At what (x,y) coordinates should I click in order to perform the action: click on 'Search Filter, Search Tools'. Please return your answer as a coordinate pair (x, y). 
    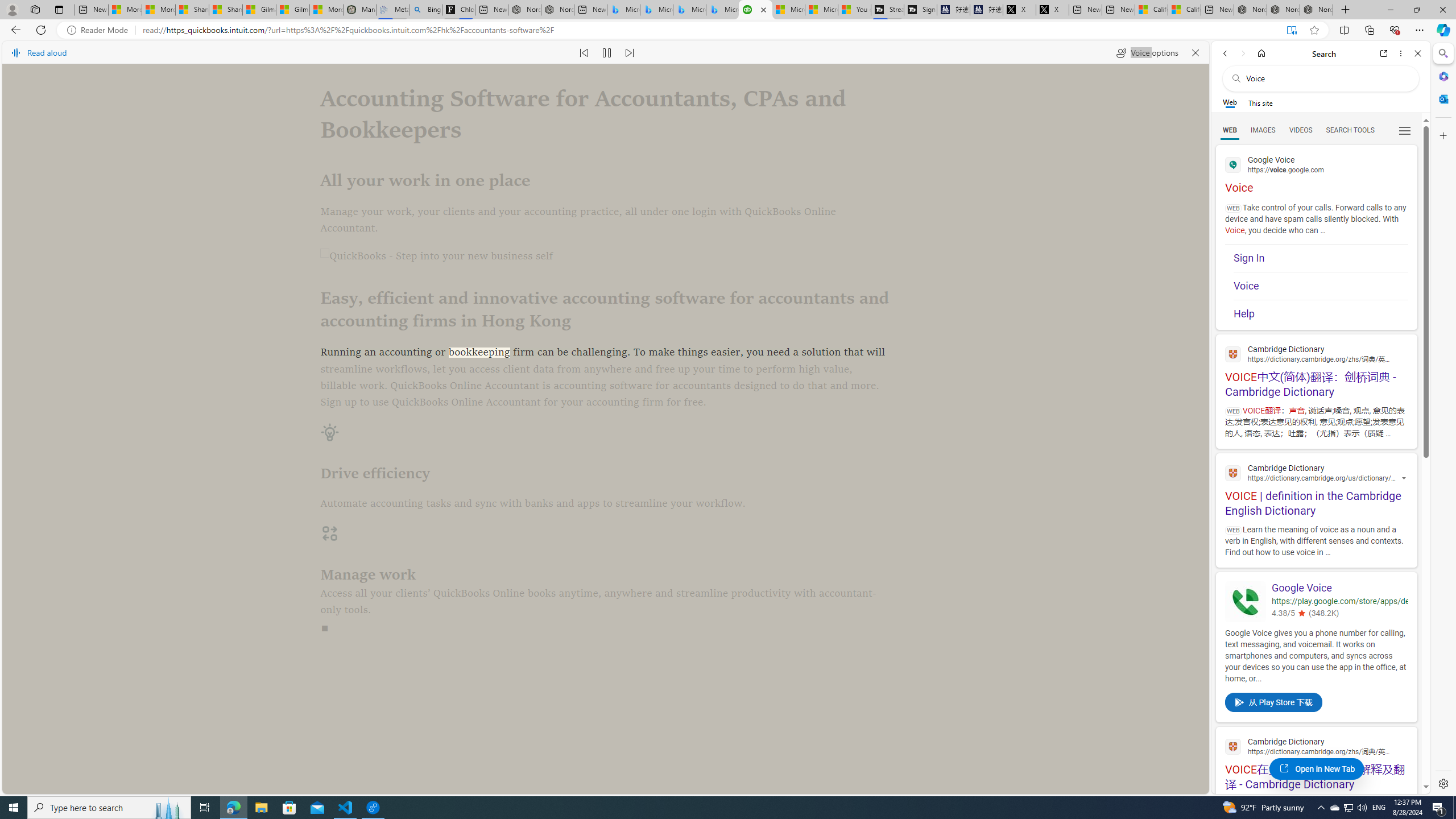
    Looking at the image, I should click on (1350, 129).